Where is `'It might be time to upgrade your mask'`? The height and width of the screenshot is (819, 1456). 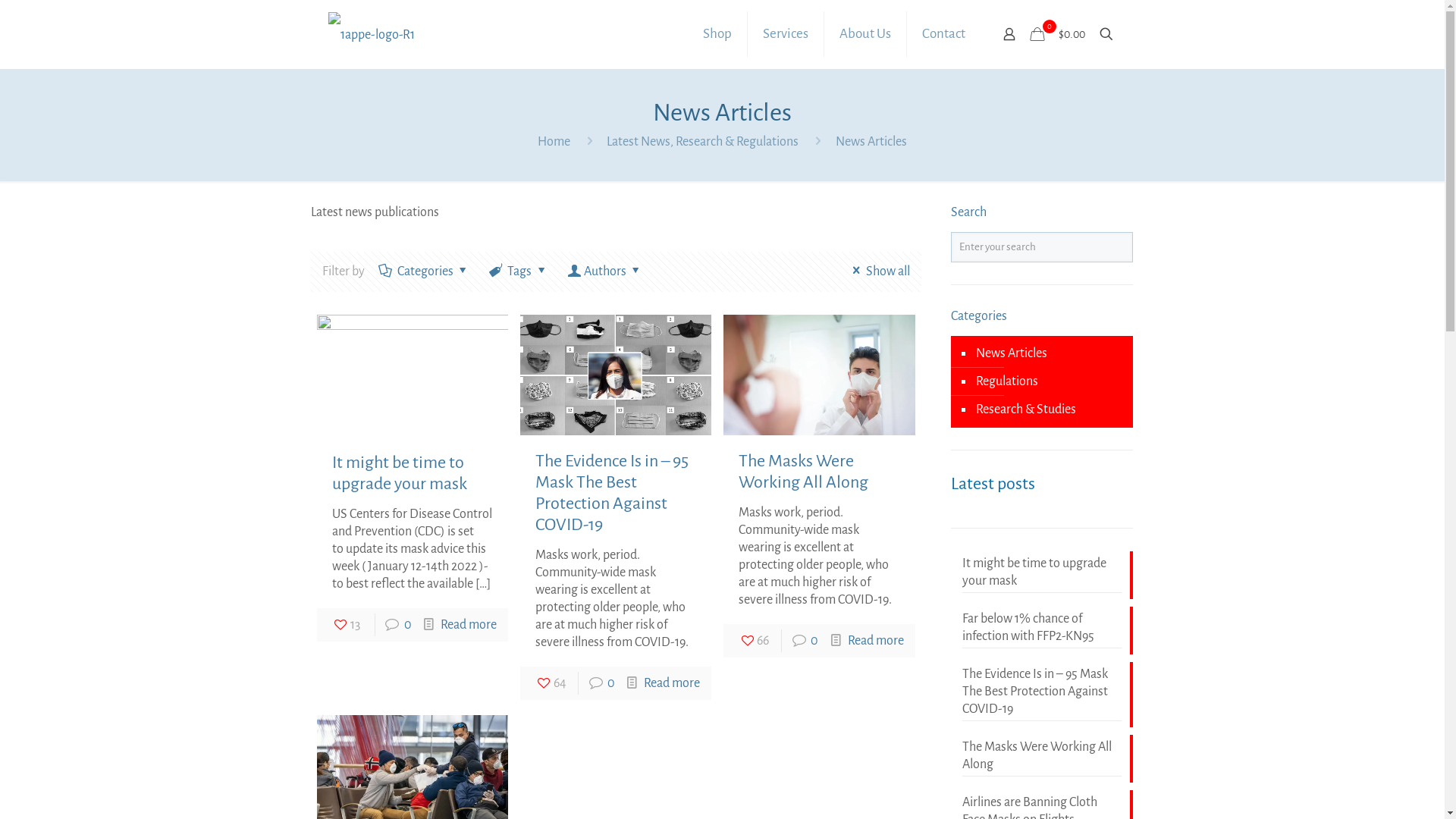
'It might be time to upgrade your mask' is located at coordinates (400, 472).